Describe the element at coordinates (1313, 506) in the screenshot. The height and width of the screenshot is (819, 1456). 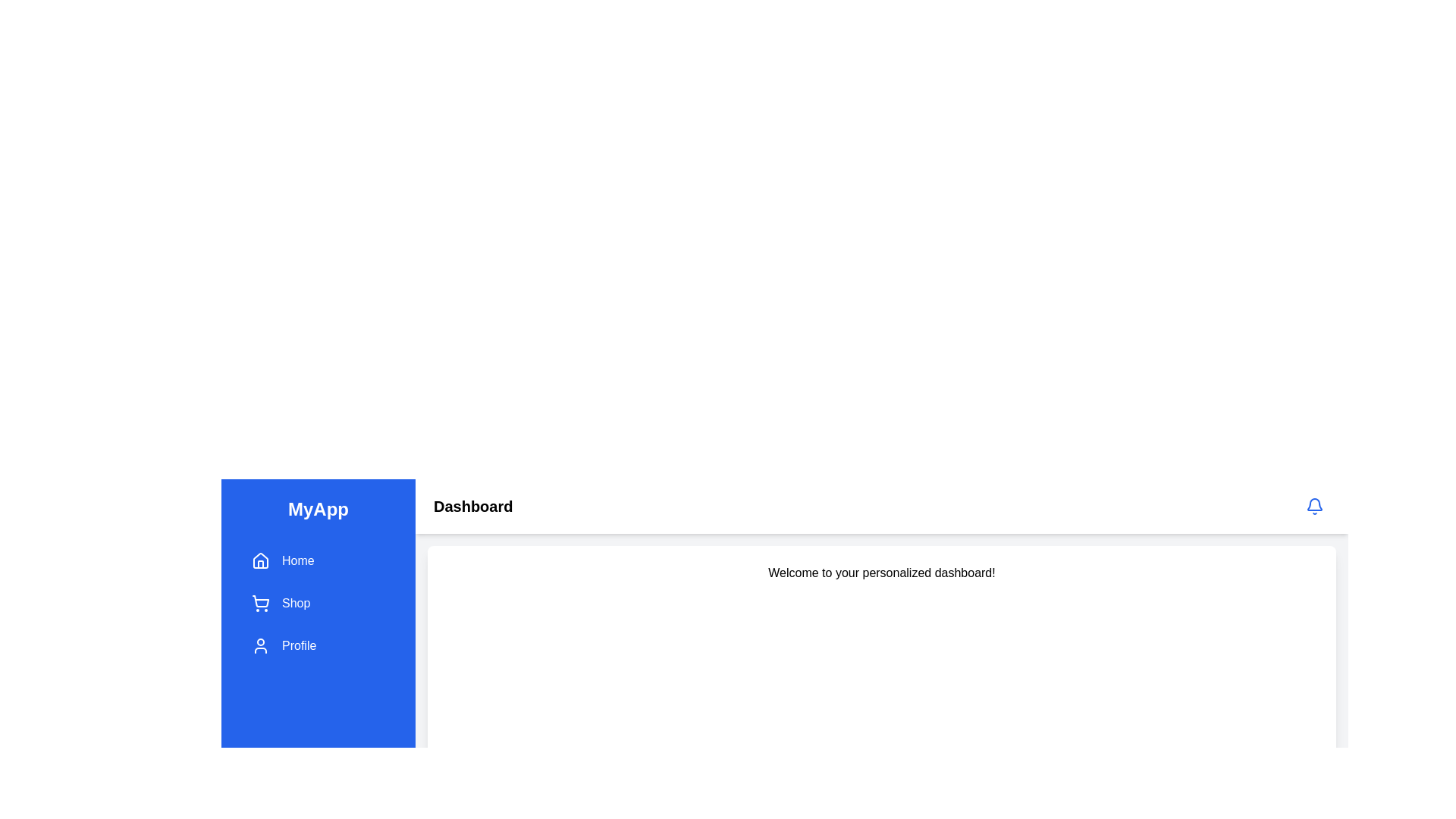
I see `the blue bell icon on the rightmost section of the top bar` at that location.